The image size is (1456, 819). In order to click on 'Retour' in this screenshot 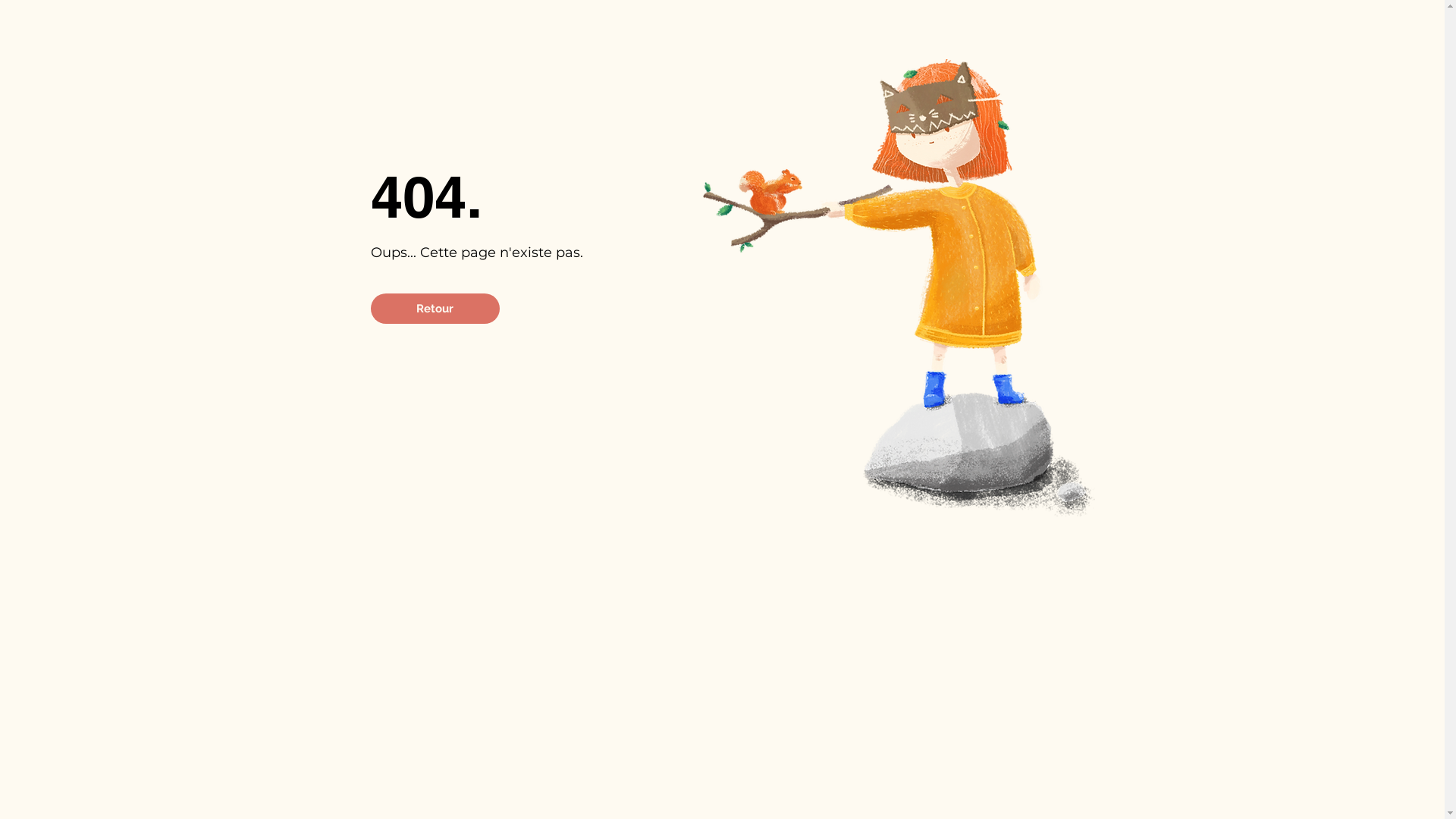, I will do `click(370, 308)`.